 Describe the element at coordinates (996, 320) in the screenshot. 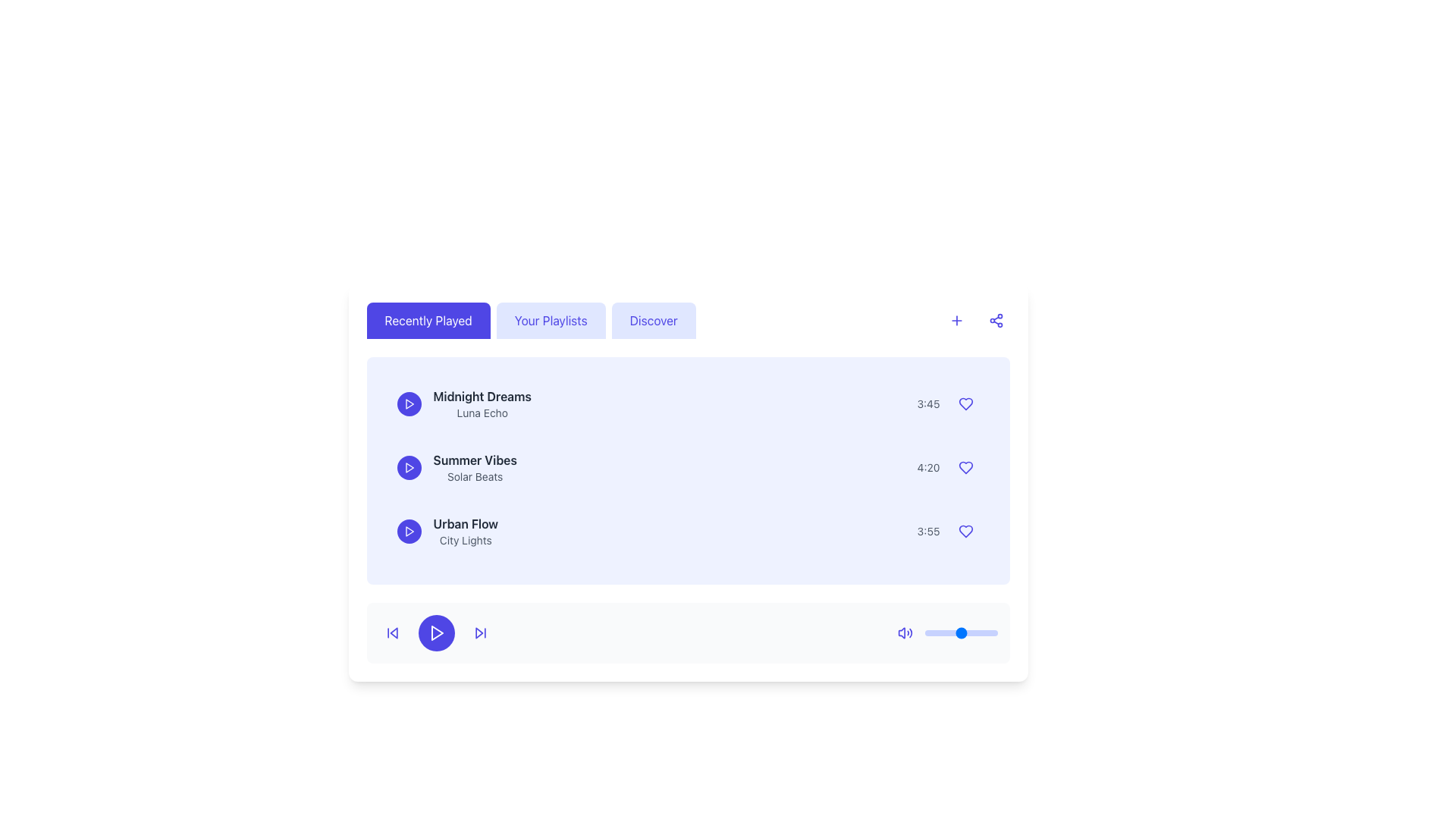

I see `the stylized share icon, which resembles a network of three connected dots forming a triangular configuration, located at the top right corner of the card interface to share` at that location.